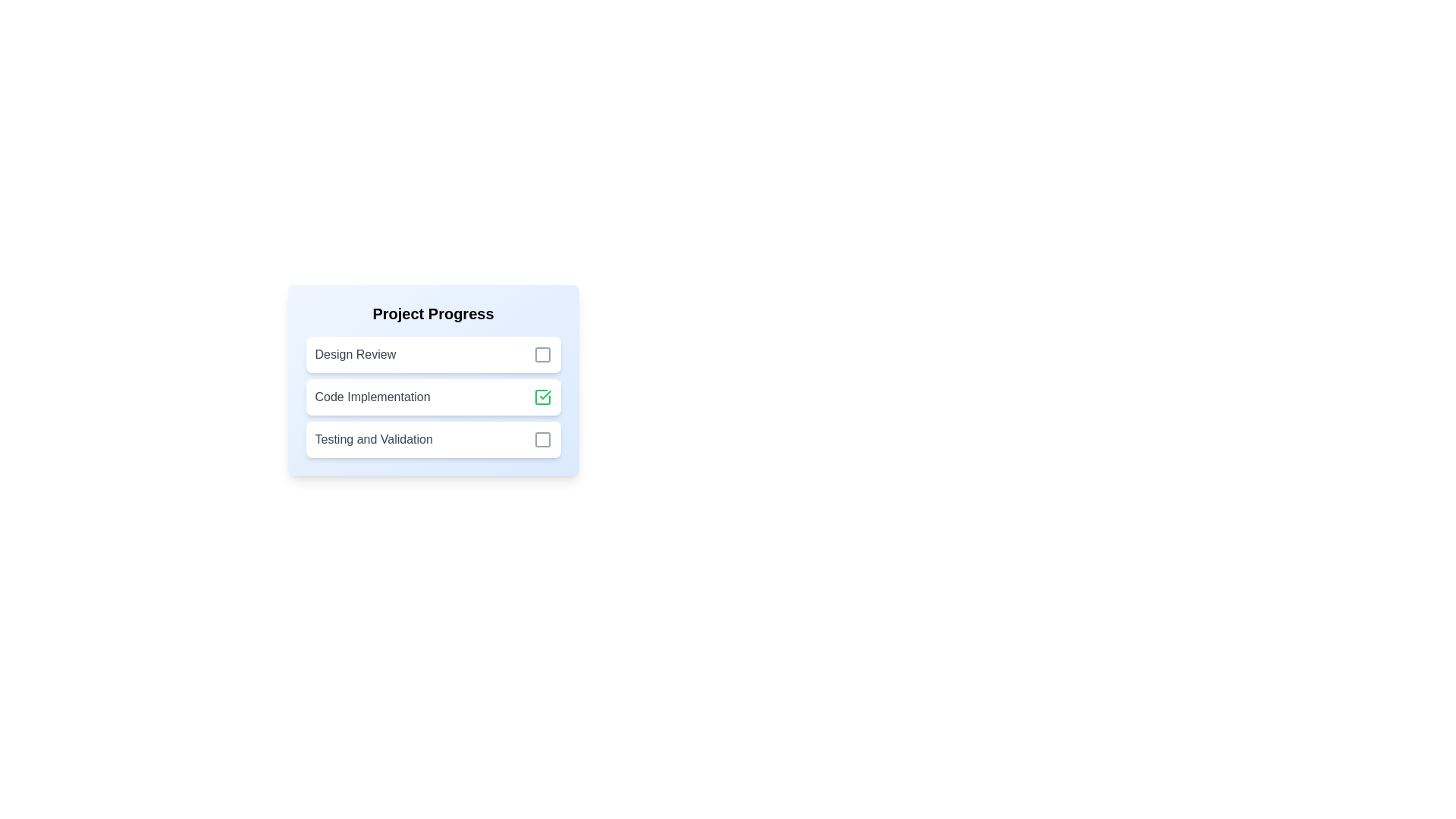 The height and width of the screenshot is (819, 1456). Describe the element at coordinates (432, 312) in the screenshot. I see `the title text 'Project Progress' to select it` at that location.